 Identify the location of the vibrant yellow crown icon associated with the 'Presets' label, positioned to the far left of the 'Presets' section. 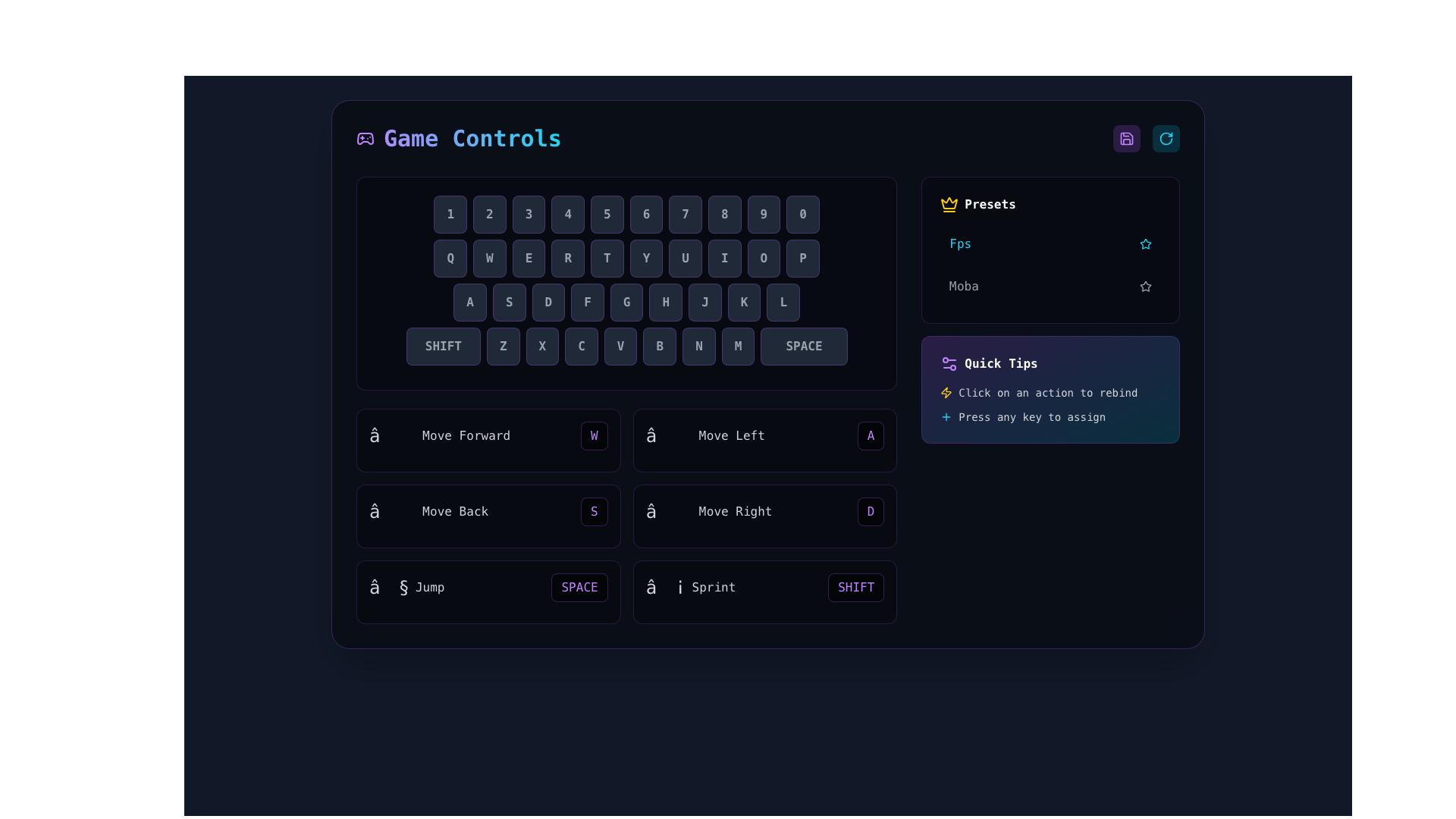
(949, 205).